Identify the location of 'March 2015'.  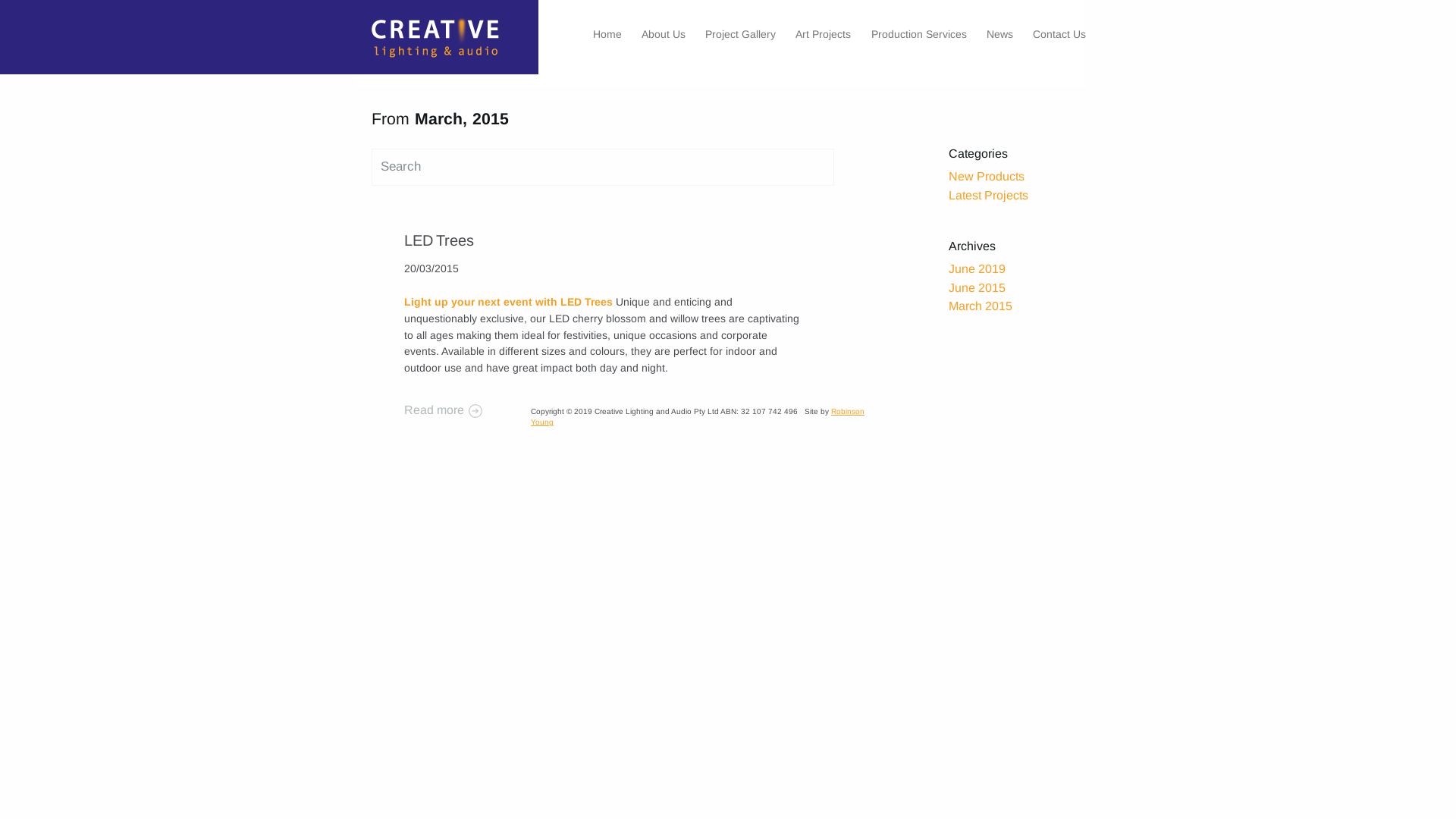
(980, 306).